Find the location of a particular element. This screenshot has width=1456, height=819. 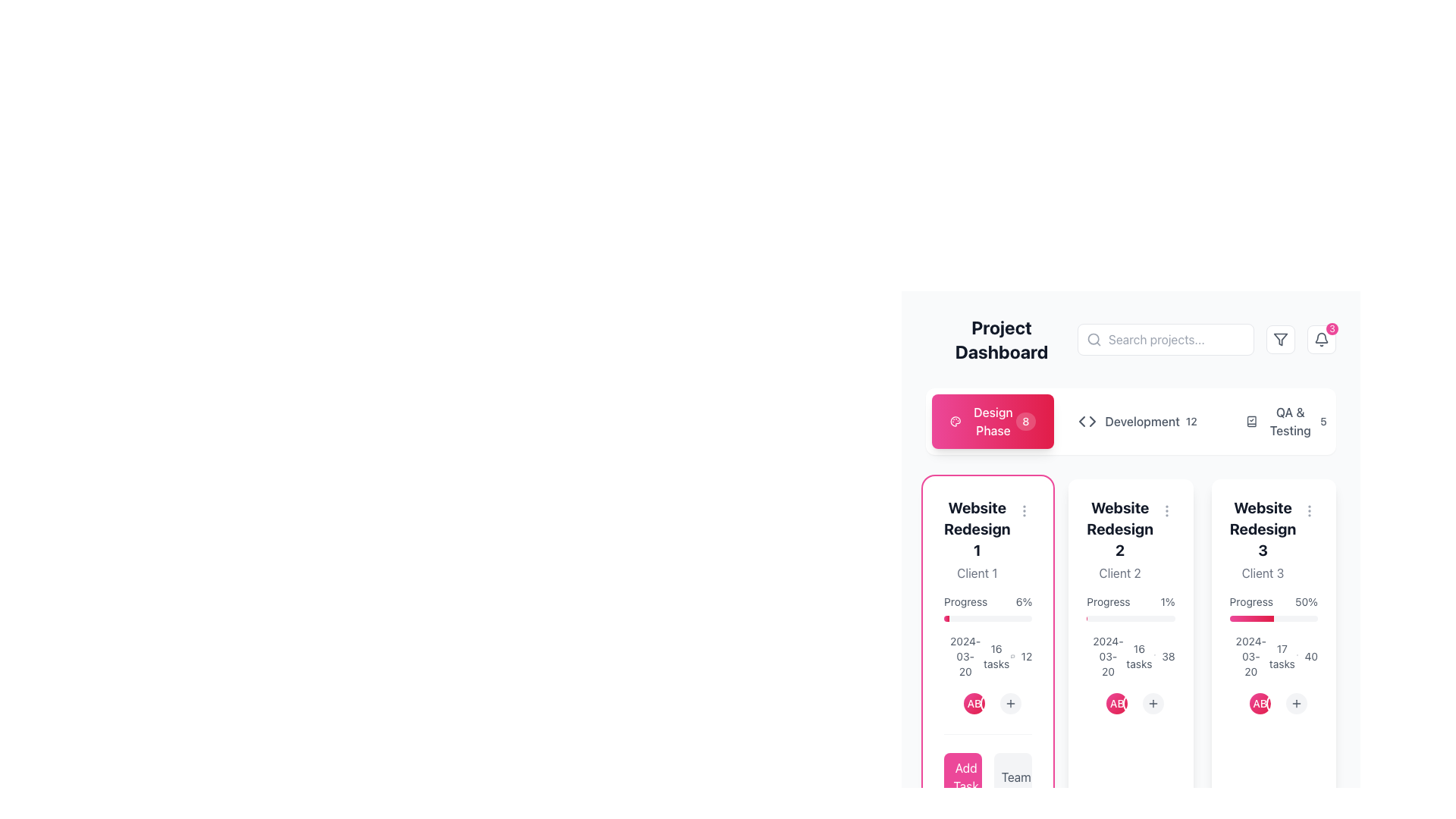

the compact search bar located at the top-right section of the interface with a white background and rounded edges, which has a placeholder text reading 'Search projects...' is located at coordinates (1165, 338).